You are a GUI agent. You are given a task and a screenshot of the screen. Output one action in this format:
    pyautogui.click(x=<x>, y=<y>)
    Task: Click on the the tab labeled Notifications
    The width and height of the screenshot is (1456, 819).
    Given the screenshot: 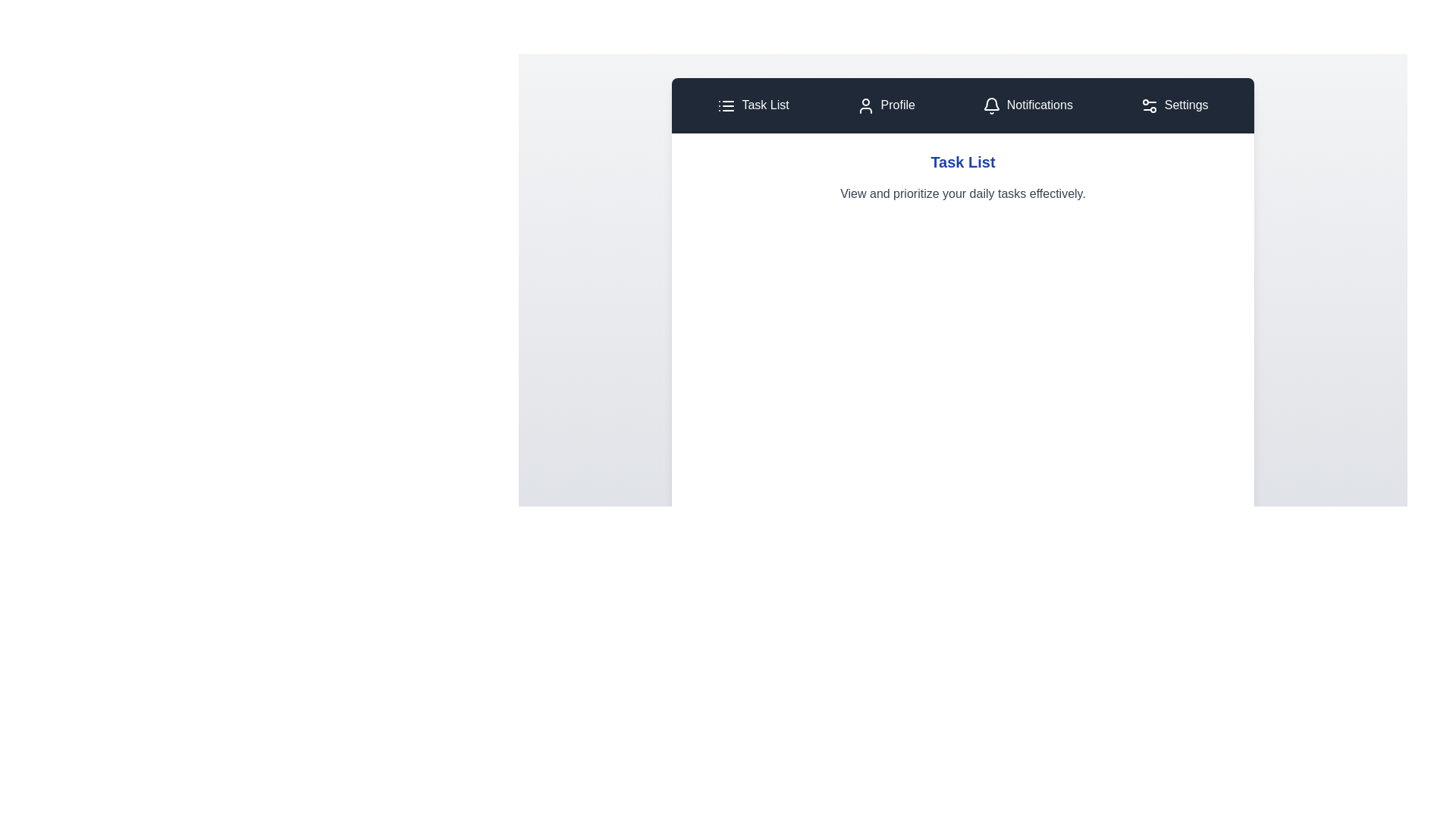 What is the action you would take?
    pyautogui.click(x=1028, y=105)
    